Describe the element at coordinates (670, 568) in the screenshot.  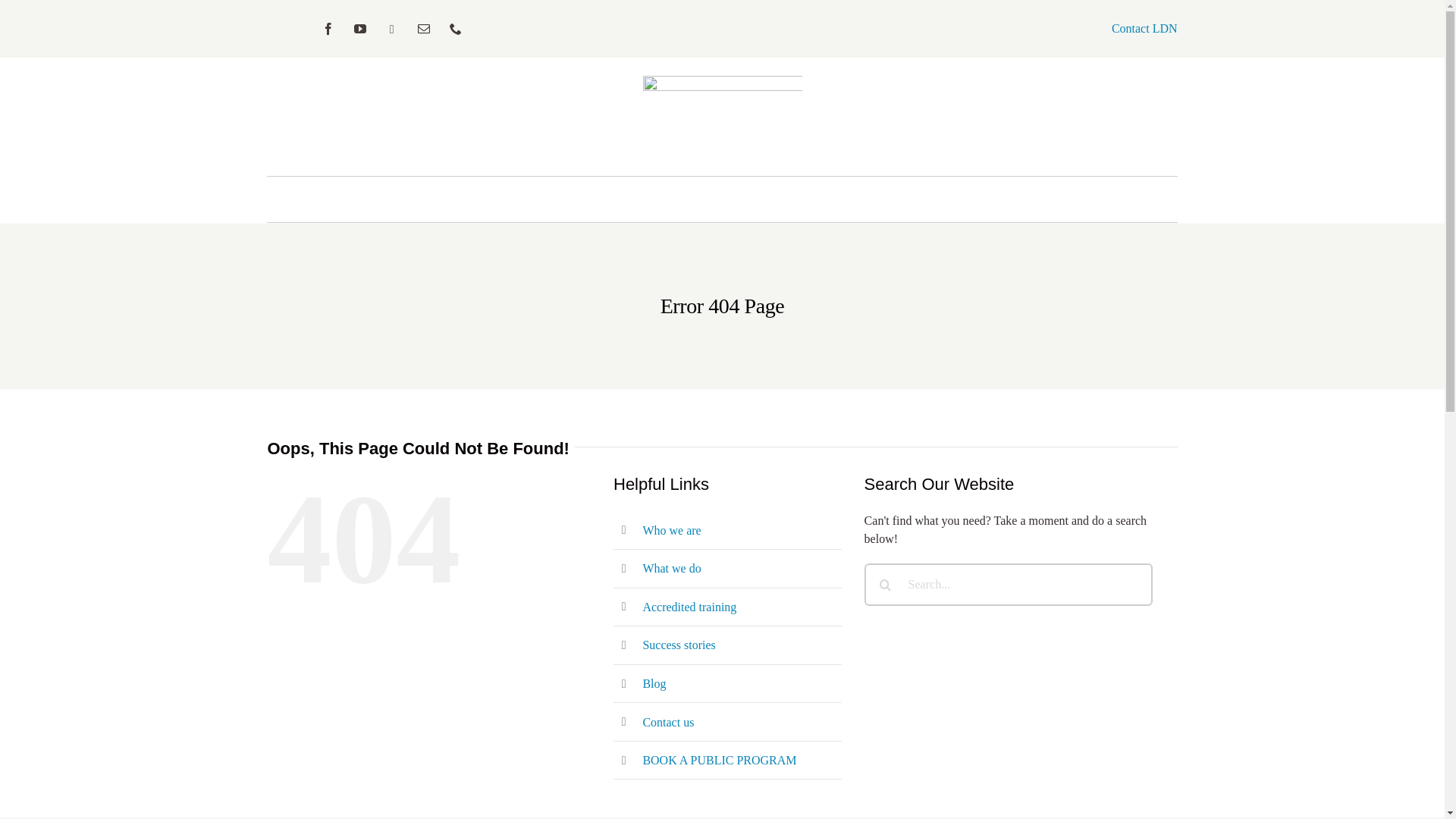
I see `'What we do'` at that location.